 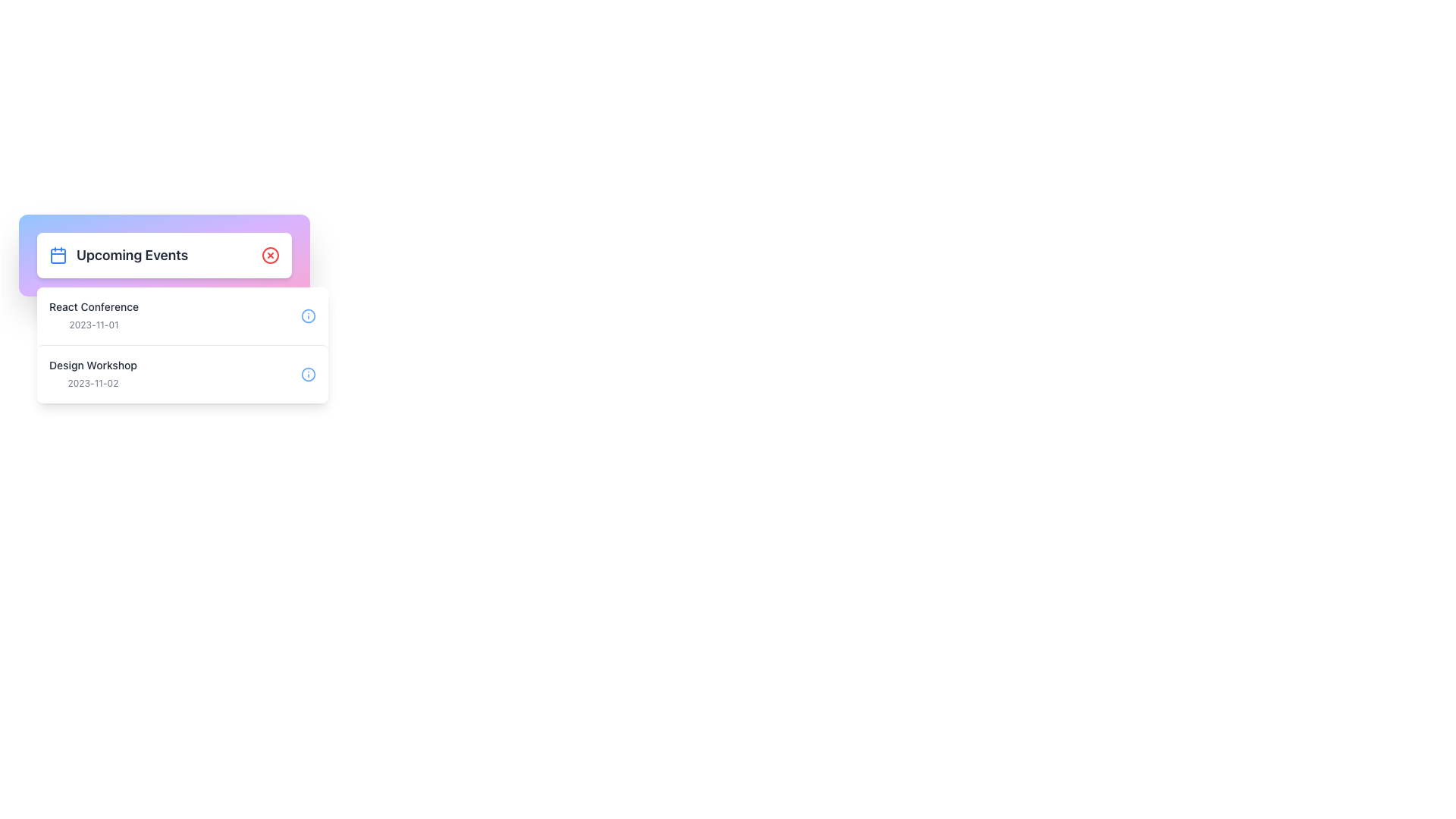 What do you see at coordinates (58, 254) in the screenshot?
I see `the calendar icon located to the left of the 'Upcoming Events' header` at bounding box center [58, 254].